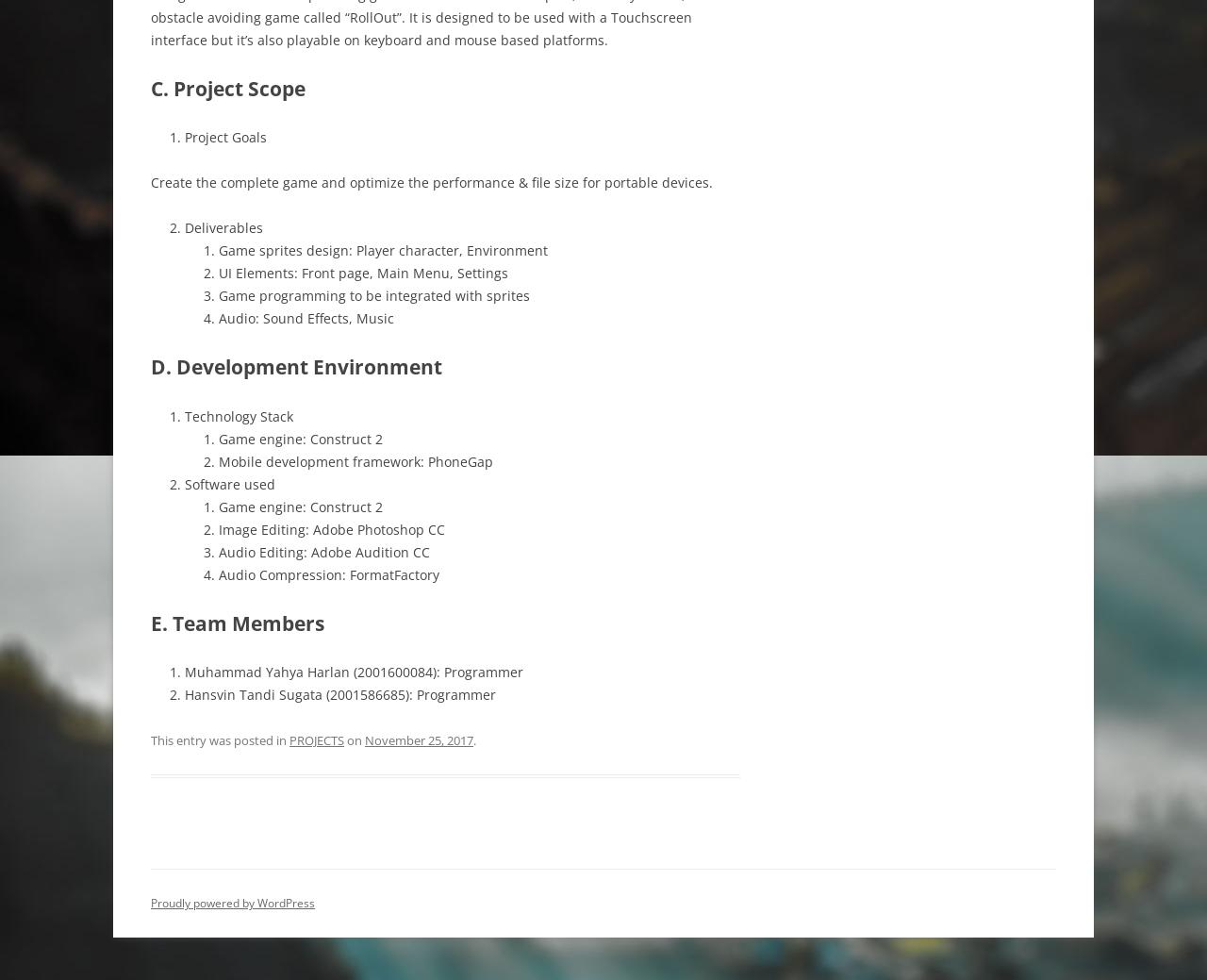  Describe the element at coordinates (232, 903) in the screenshot. I see `'Proudly powered by WordPress'` at that location.